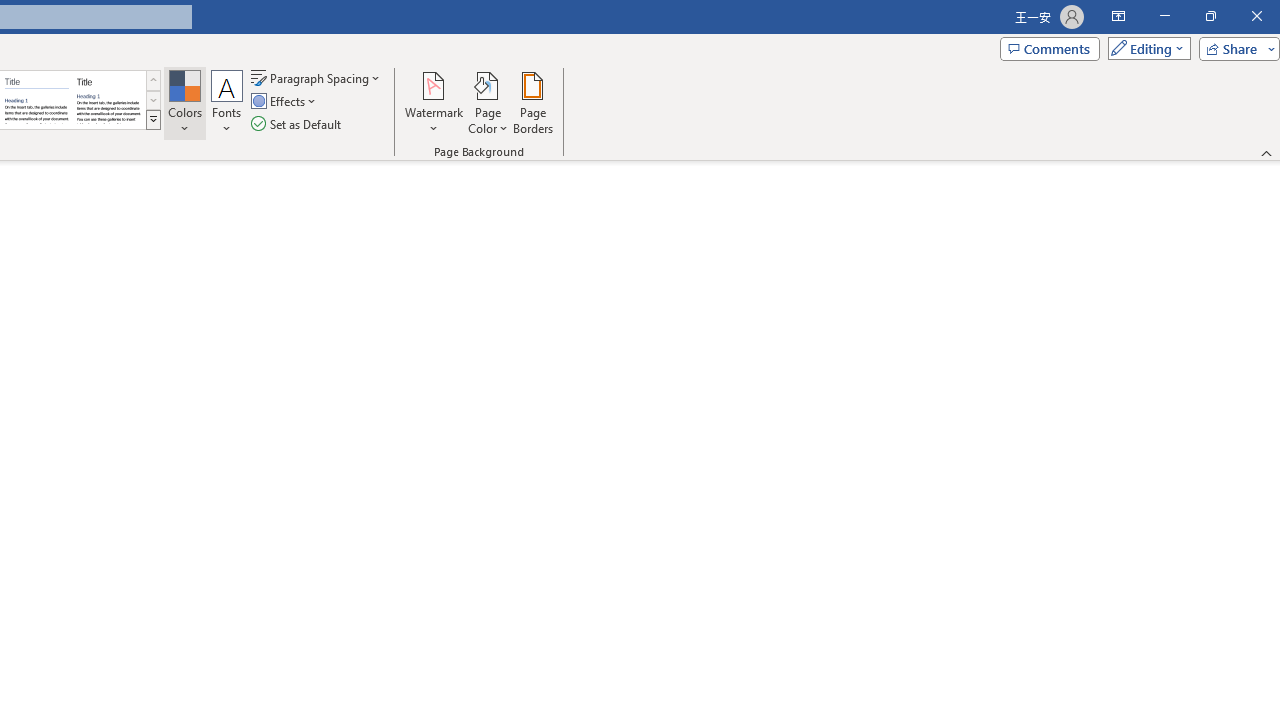 The height and width of the screenshot is (720, 1280). What do you see at coordinates (1144, 47) in the screenshot?
I see `'Editing'` at bounding box center [1144, 47].